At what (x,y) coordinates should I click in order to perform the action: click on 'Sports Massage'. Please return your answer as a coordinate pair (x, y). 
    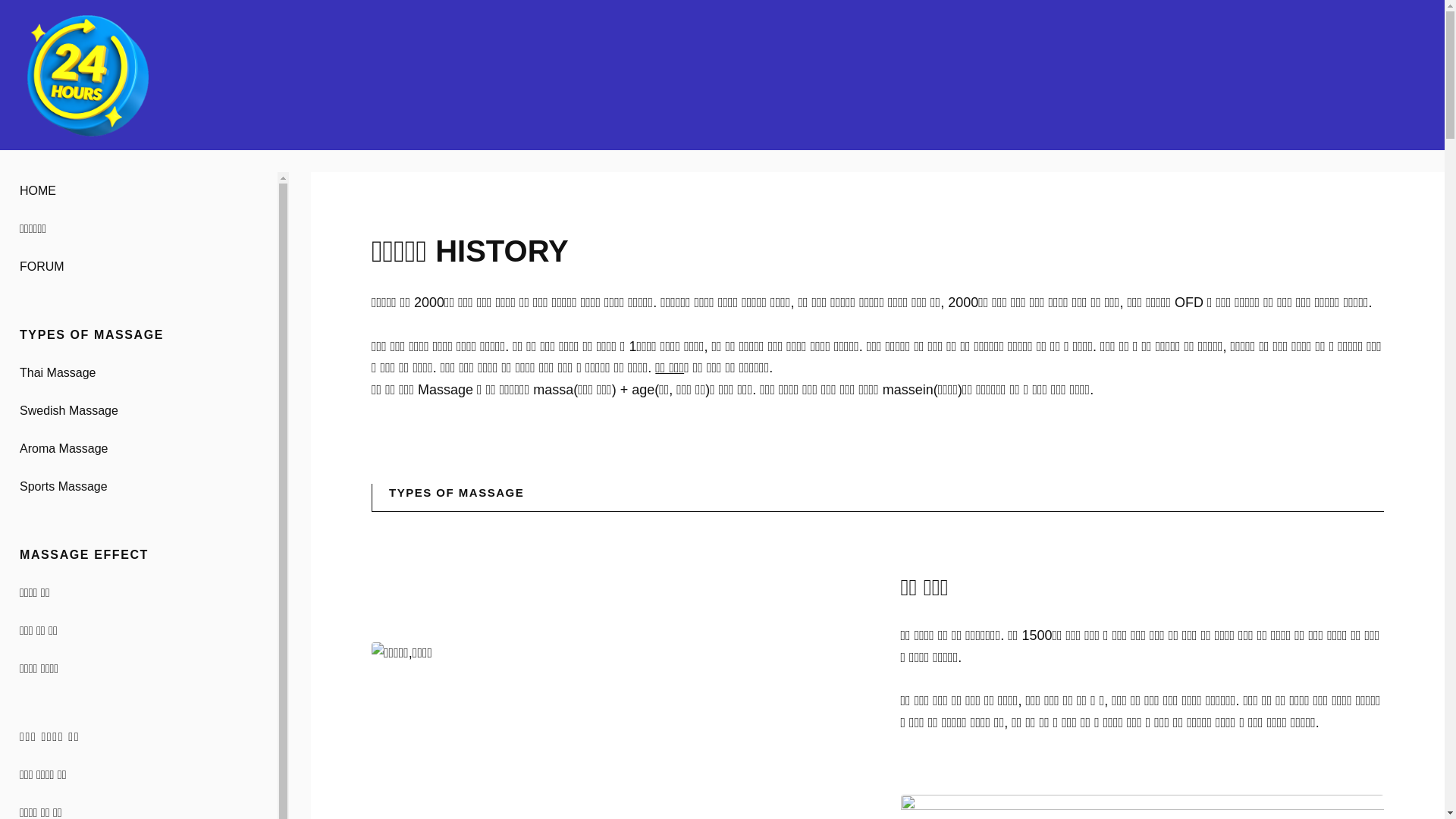
    Looking at the image, I should click on (138, 486).